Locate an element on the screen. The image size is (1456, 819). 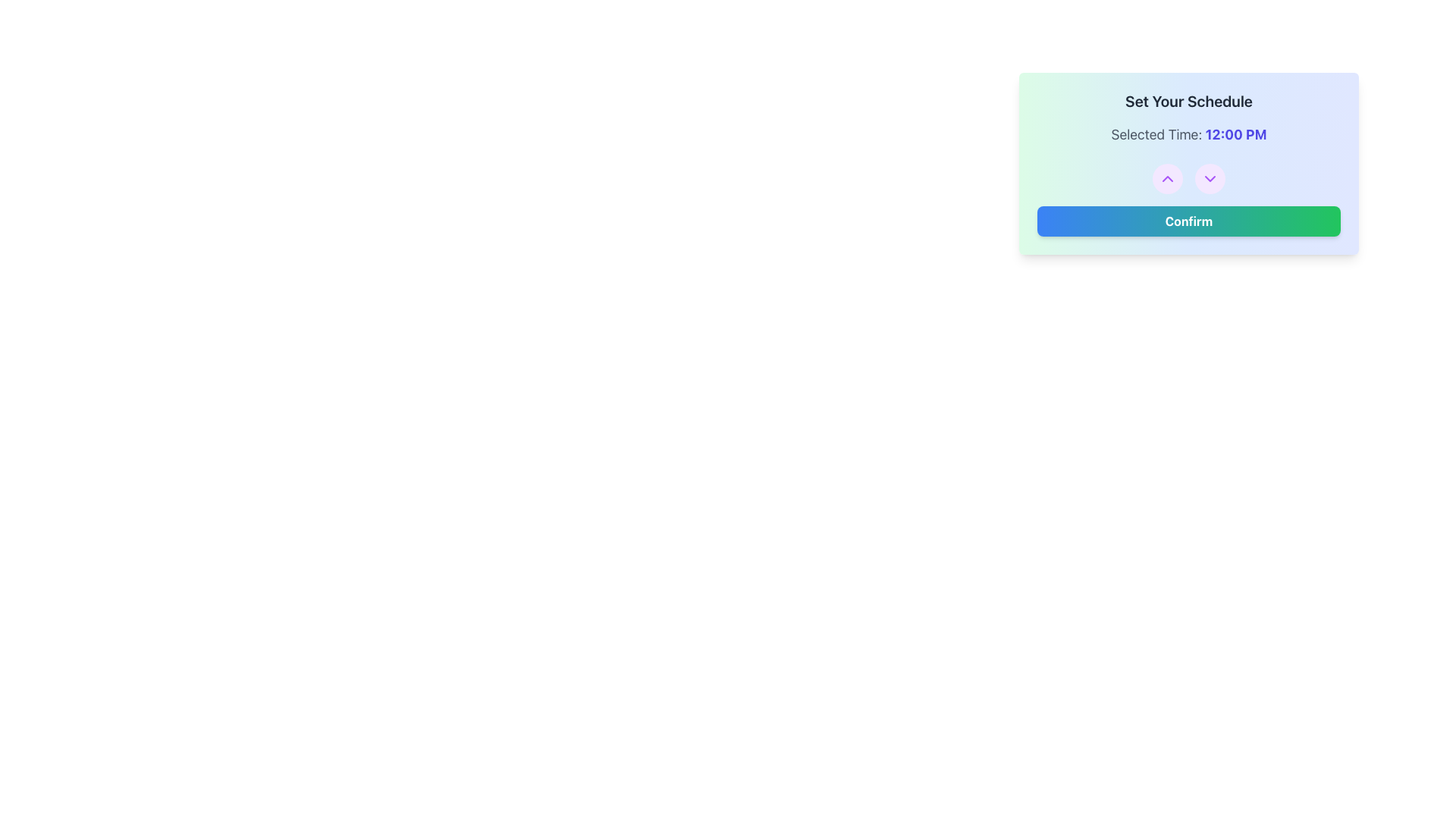
the circular button with a soft purple background and a dark purple downward-facing chevron to decrease the time, located beneath the 'Selected Time: 12:00 PM' display is located at coordinates (1210, 177).